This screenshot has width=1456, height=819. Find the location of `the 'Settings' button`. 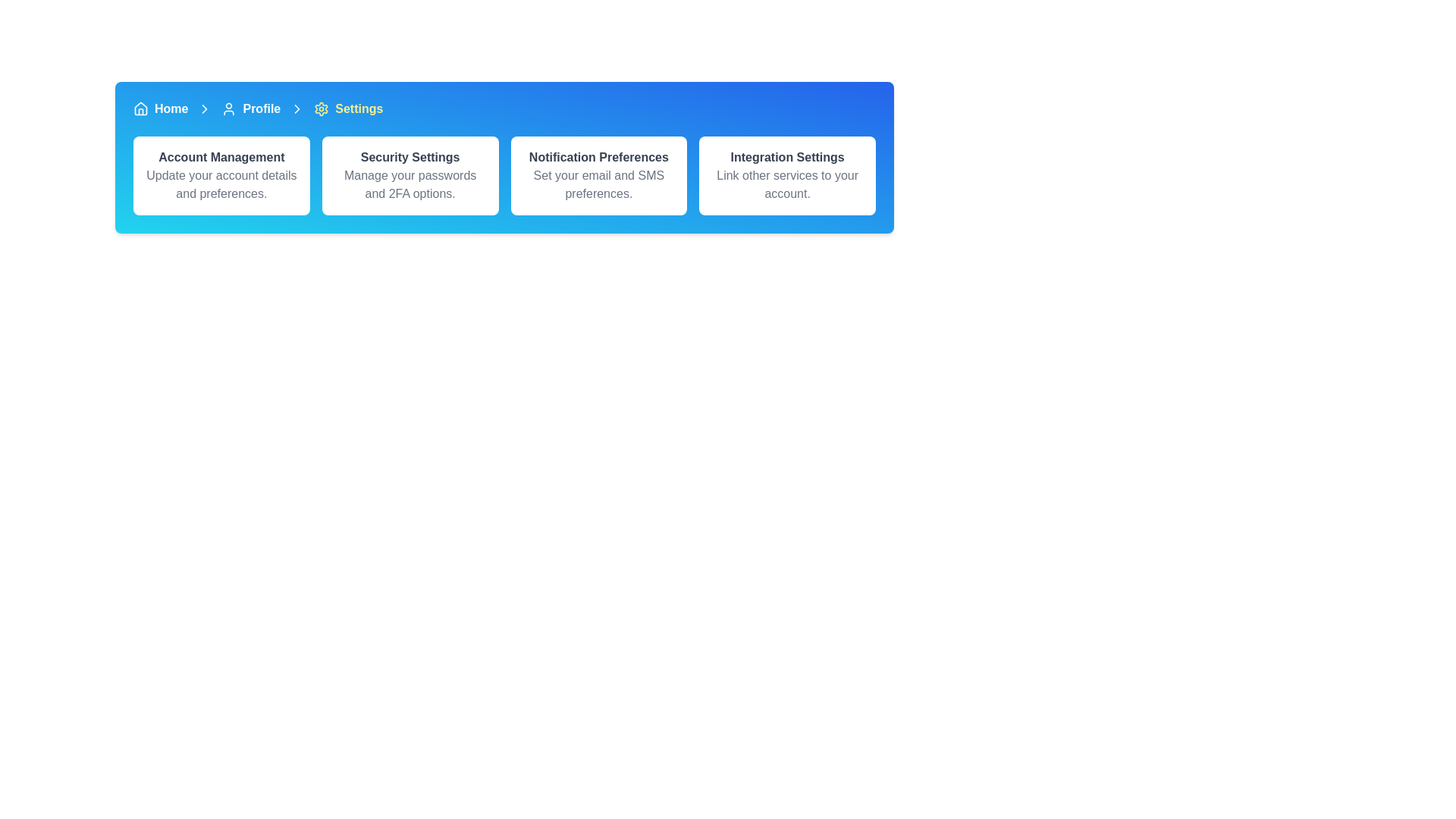

the 'Settings' button is located at coordinates (347, 108).